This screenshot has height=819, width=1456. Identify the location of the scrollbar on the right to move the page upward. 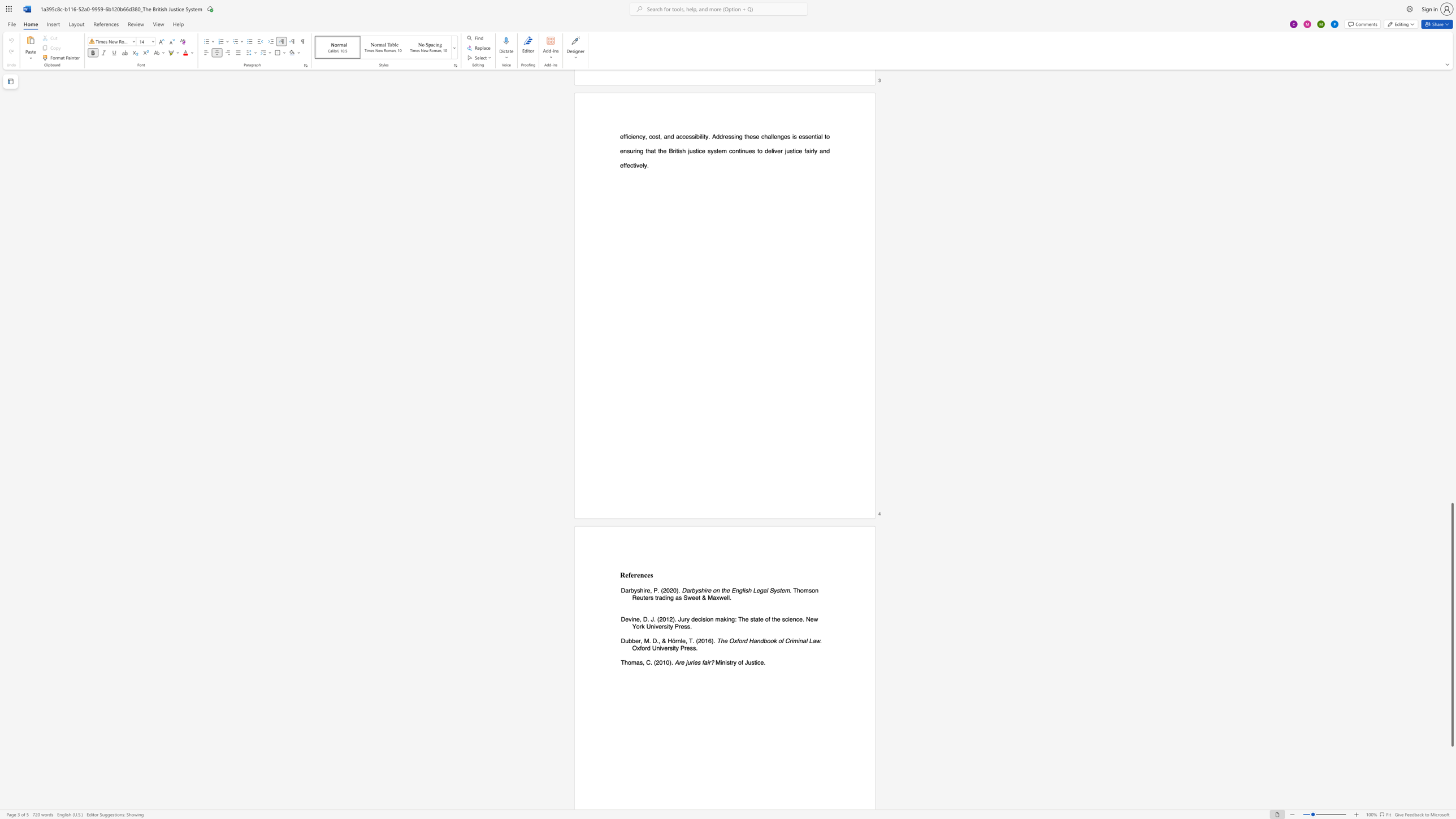
(1451, 102).